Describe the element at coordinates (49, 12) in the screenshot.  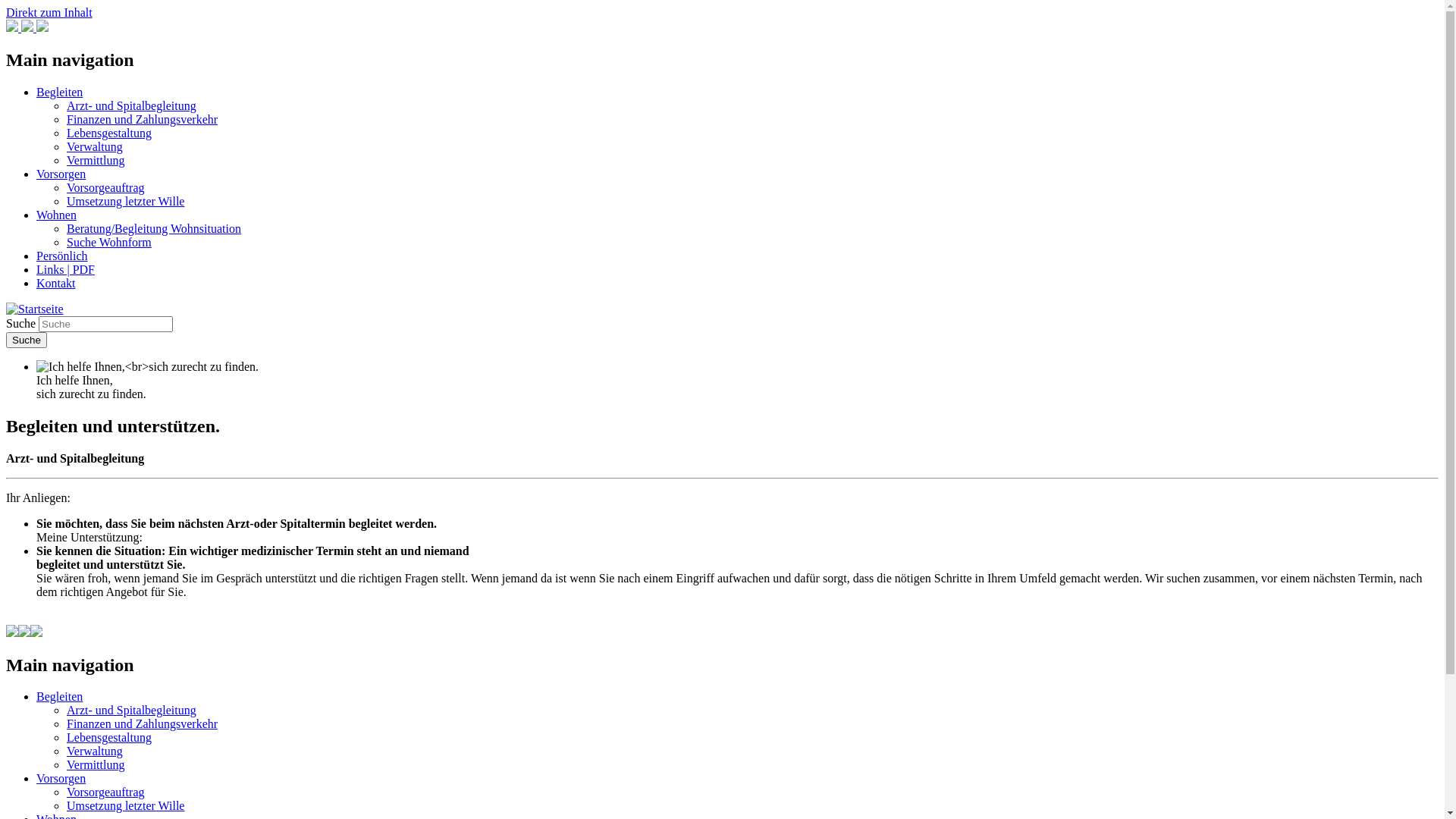
I see `'Direkt zum Inhalt'` at that location.